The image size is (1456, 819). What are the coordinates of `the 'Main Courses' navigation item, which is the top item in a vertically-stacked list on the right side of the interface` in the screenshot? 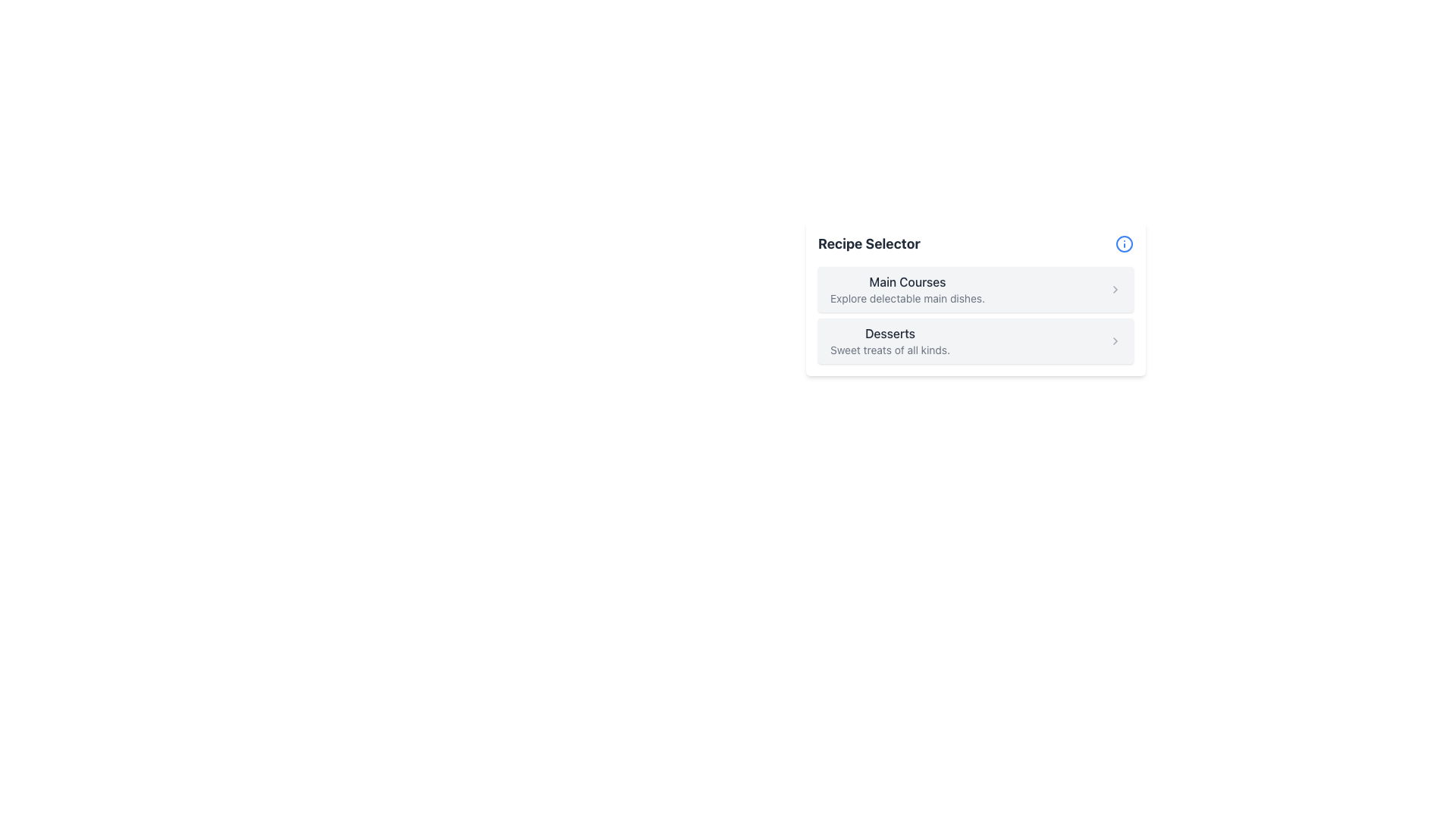 It's located at (975, 289).